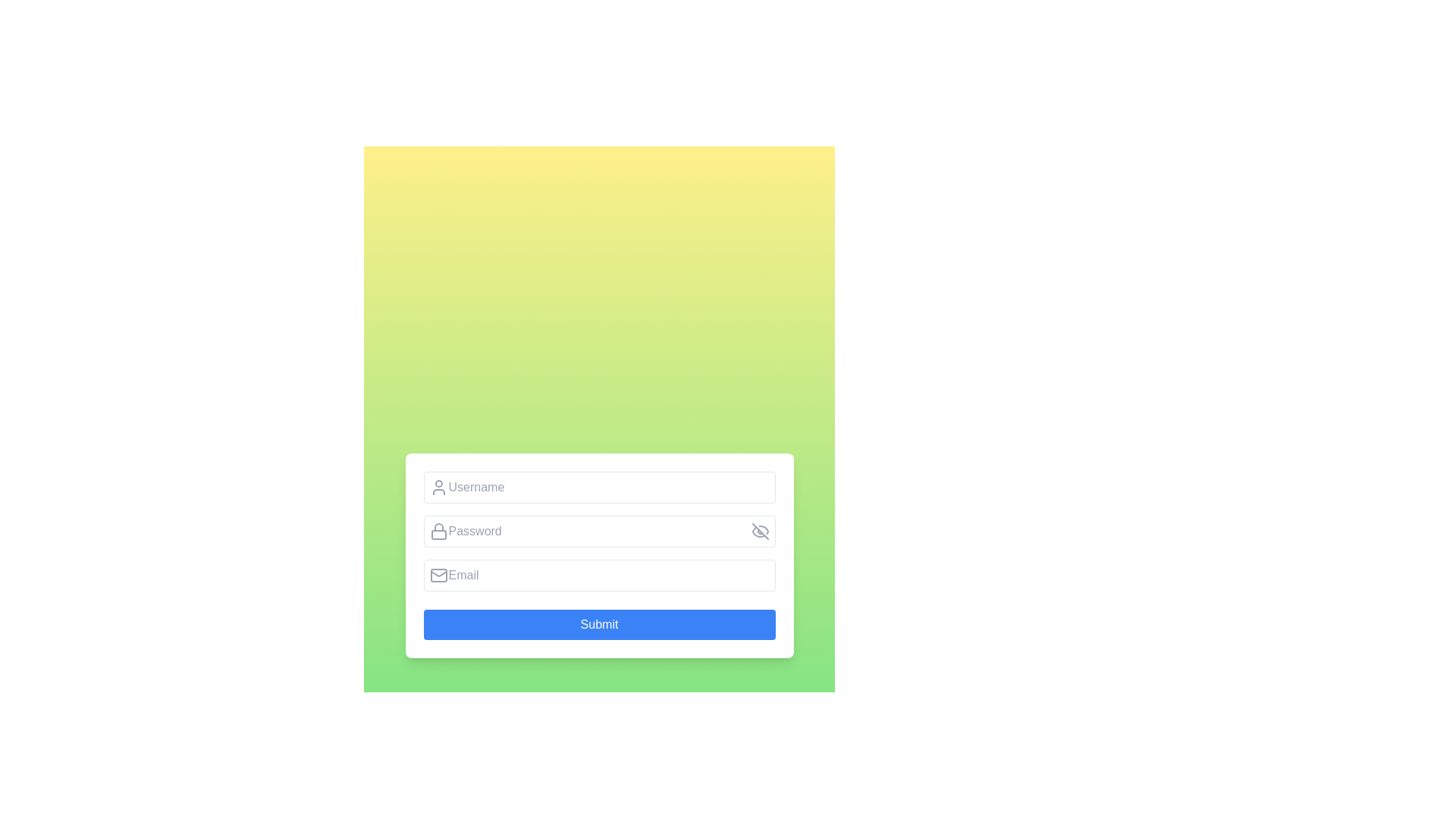  What do you see at coordinates (598, 488) in the screenshot?
I see `the username input field, which is the first field in a vertical list located in the upper part of the form, to focus the input field` at bounding box center [598, 488].